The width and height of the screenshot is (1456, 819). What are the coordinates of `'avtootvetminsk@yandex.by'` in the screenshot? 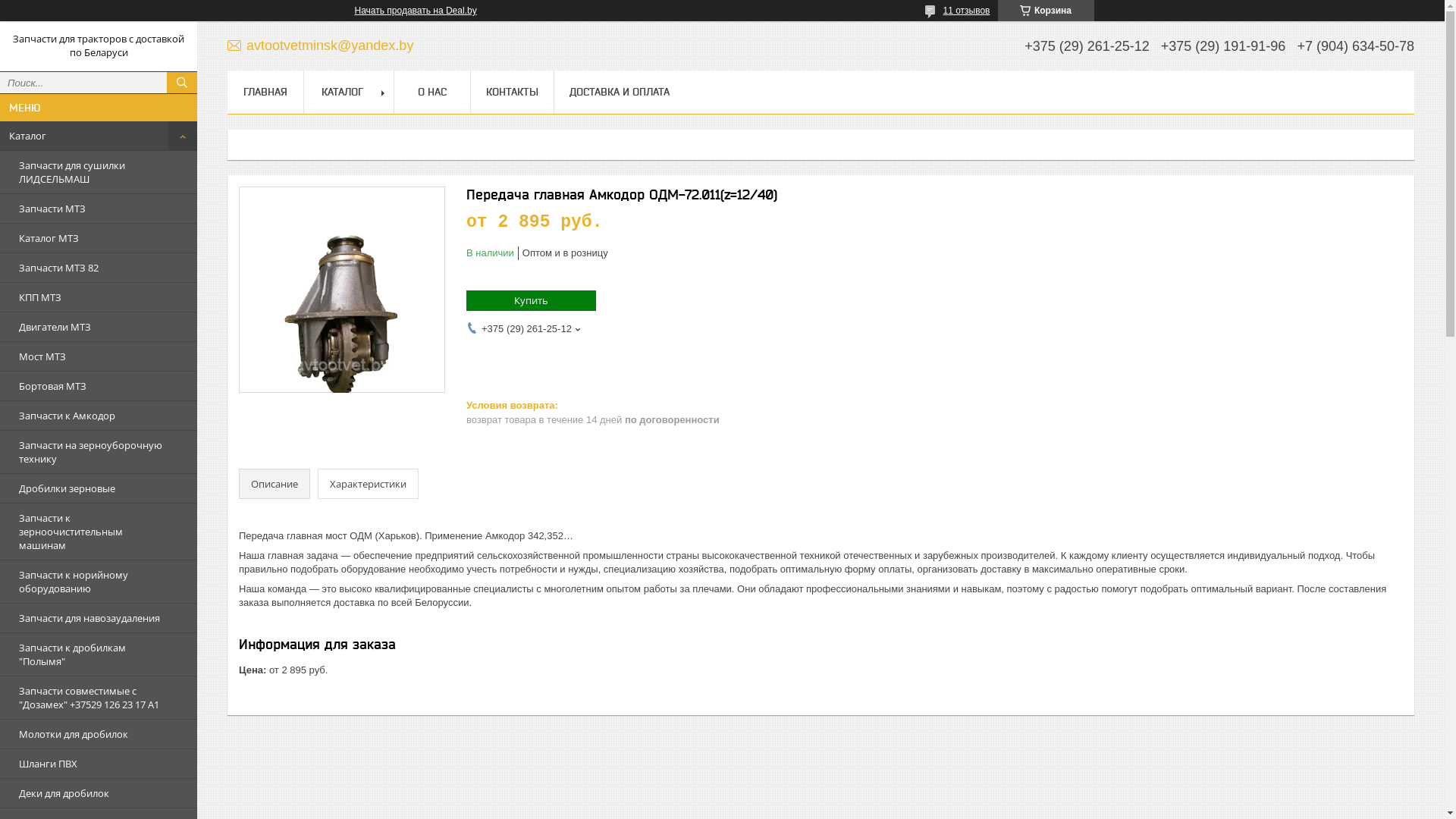 It's located at (226, 45).